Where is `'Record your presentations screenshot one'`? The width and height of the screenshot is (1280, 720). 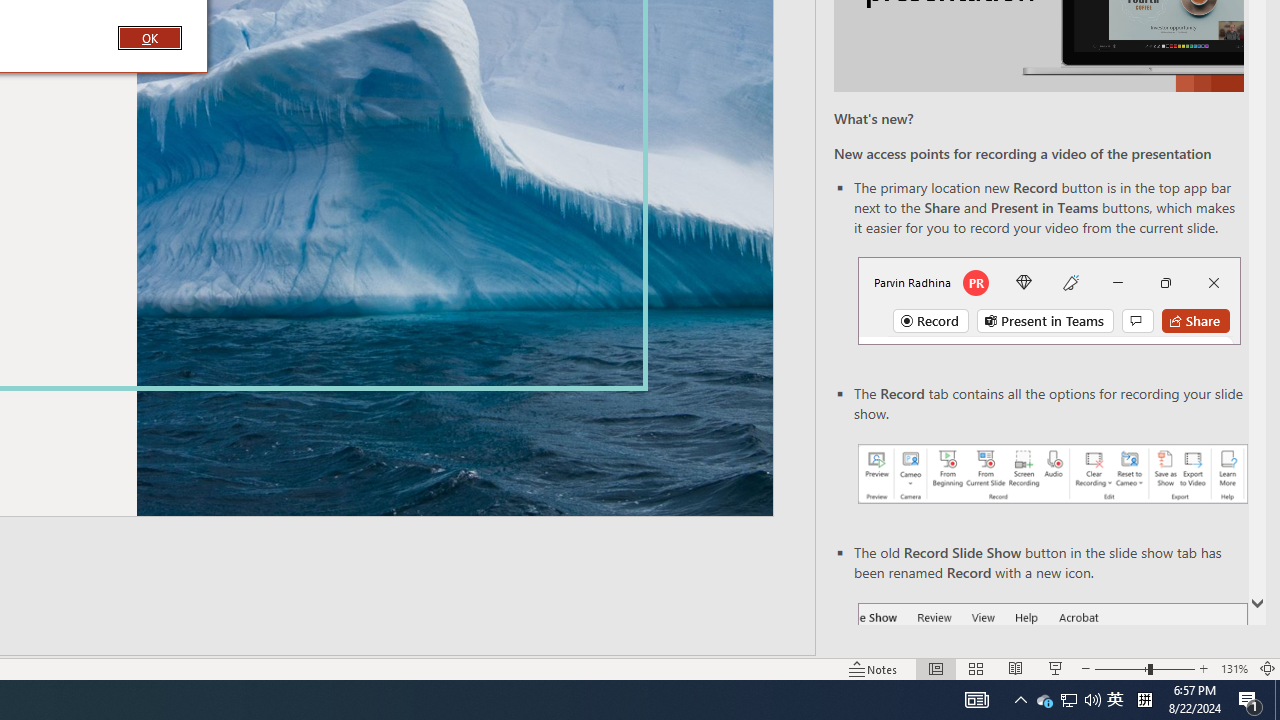
'Record your presentations screenshot one' is located at coordinates (1051, 474).